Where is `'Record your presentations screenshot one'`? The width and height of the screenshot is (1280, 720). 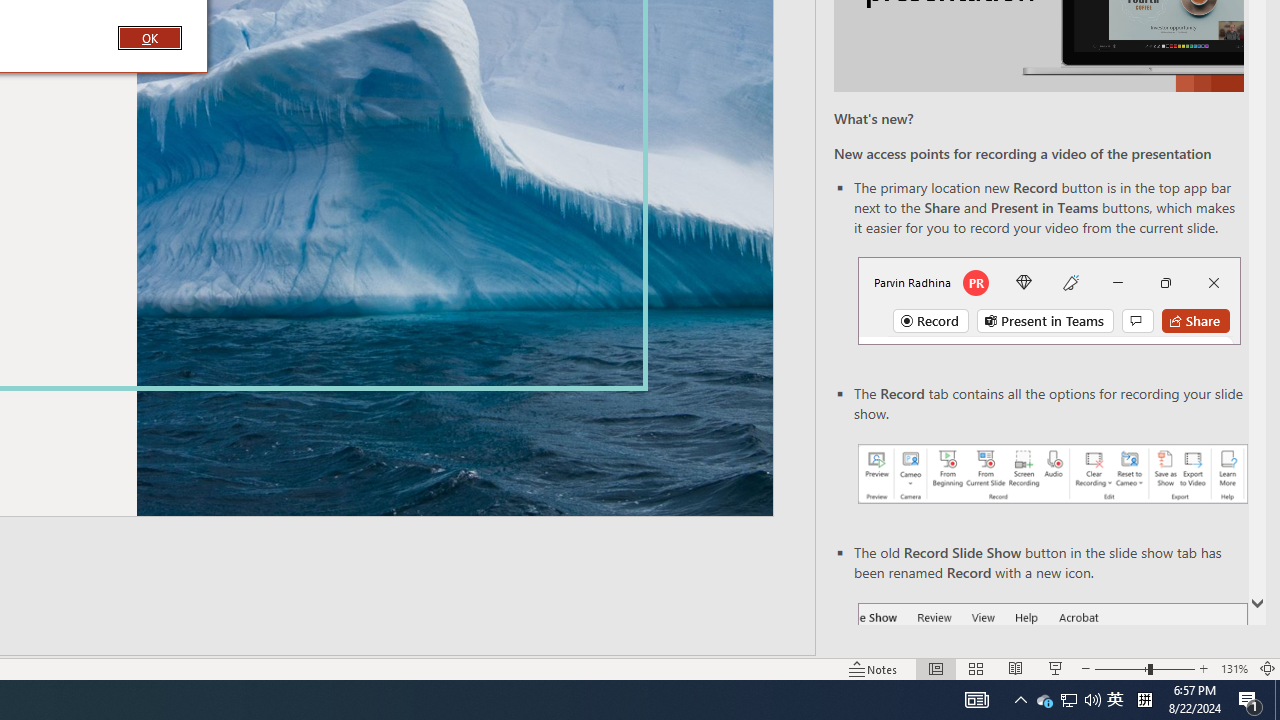
'Record your presentations screenshot one' is located at coordinates (1051, 474).